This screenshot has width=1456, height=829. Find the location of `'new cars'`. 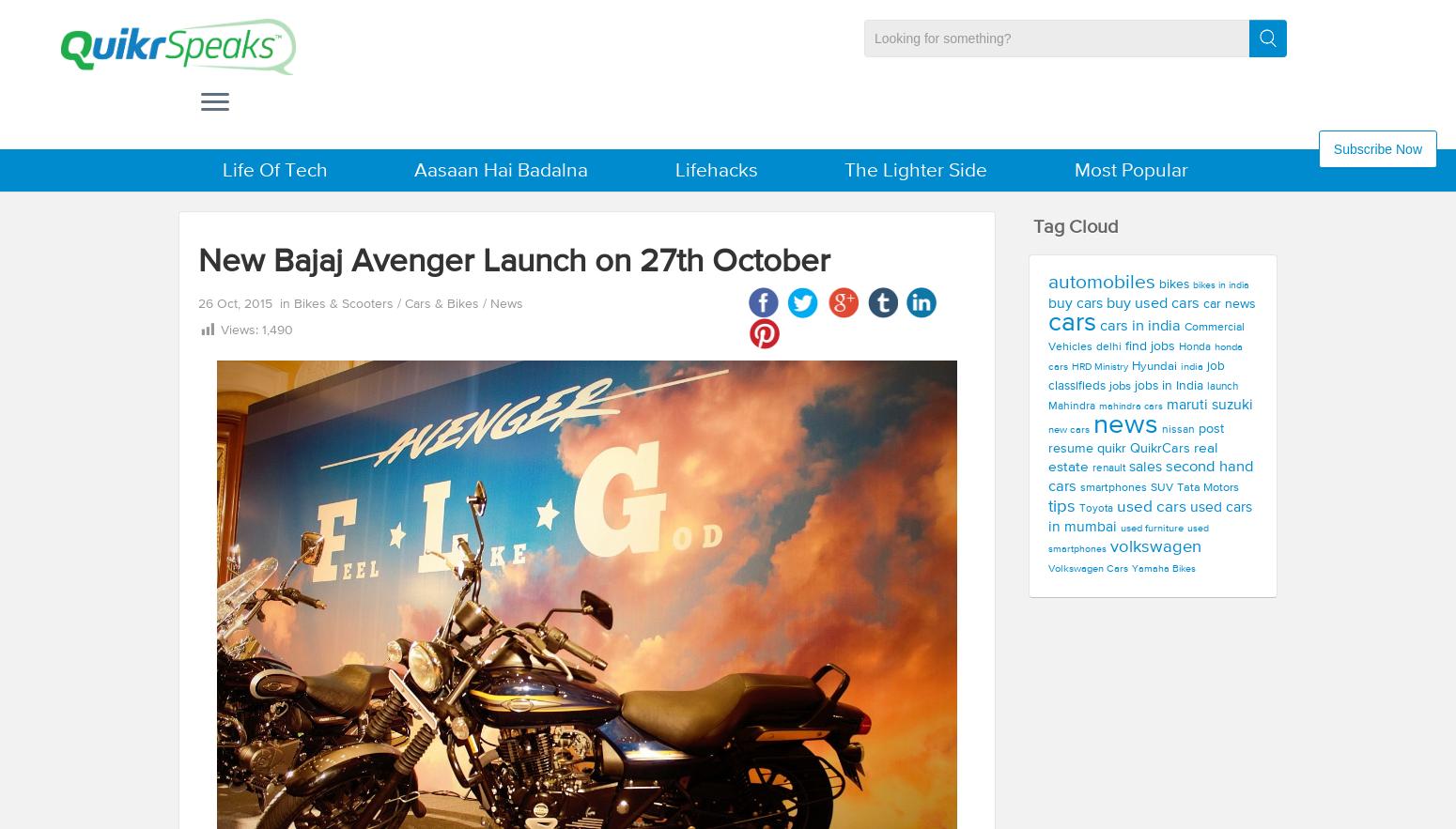

'new cars' is located at coordinates (1068, 429).